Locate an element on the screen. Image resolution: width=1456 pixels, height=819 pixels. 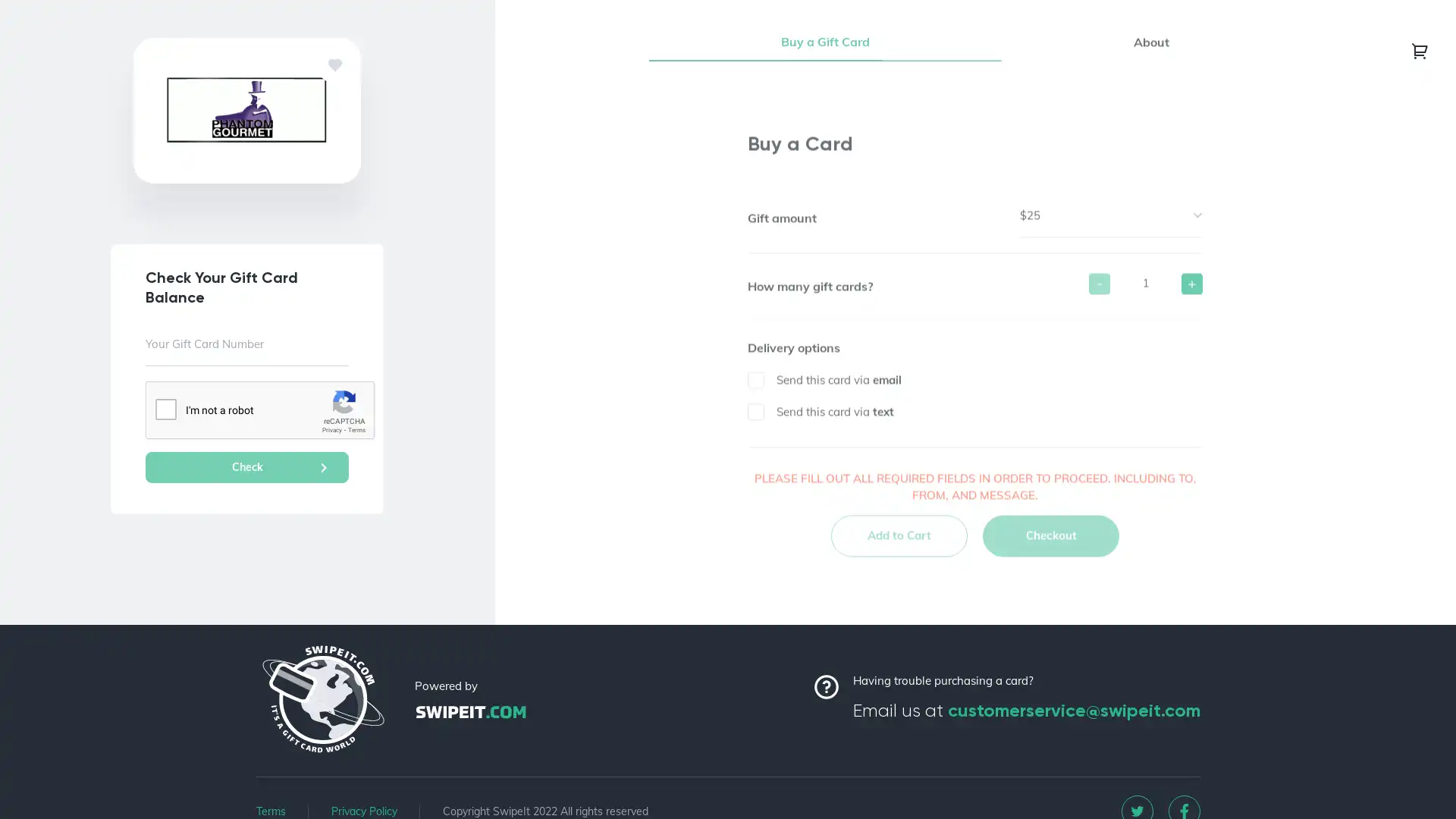
Check is located at coordinates (247, 466).